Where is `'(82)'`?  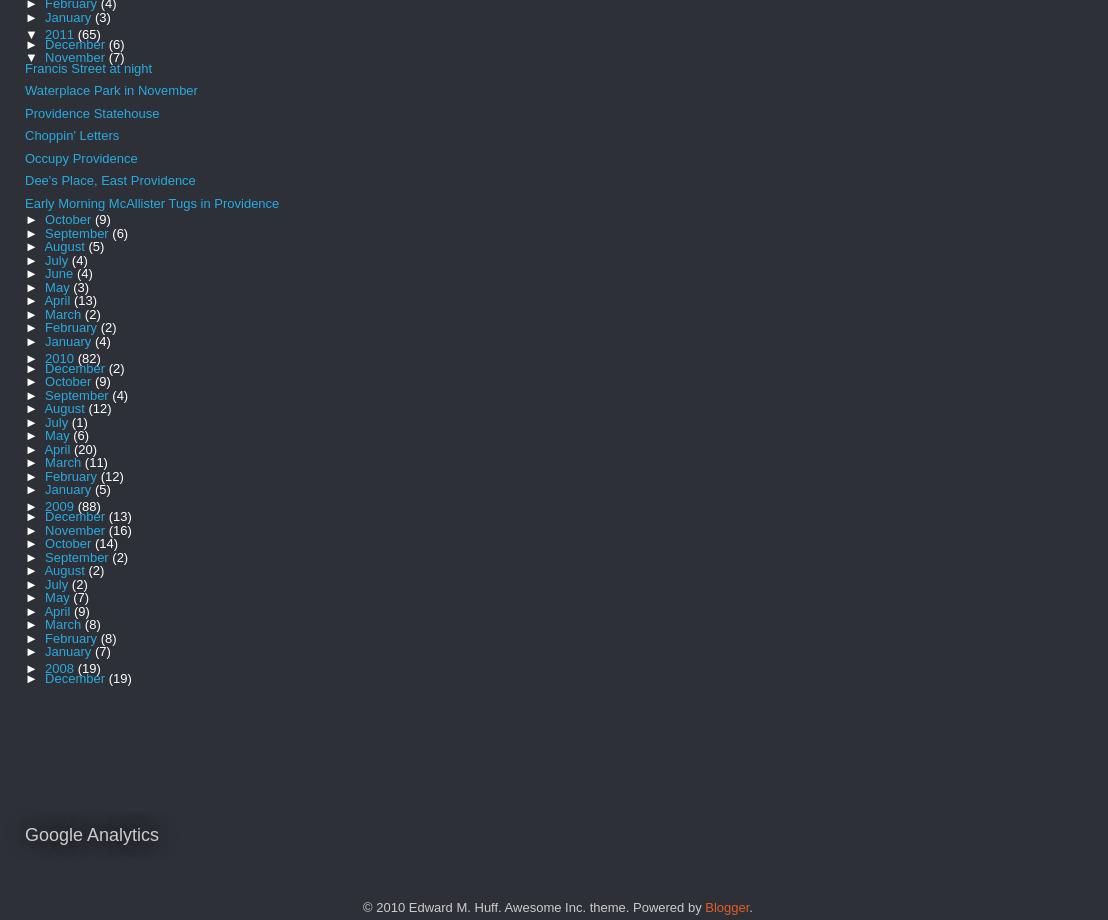
'(82)' is located at coordinates (87, 356).